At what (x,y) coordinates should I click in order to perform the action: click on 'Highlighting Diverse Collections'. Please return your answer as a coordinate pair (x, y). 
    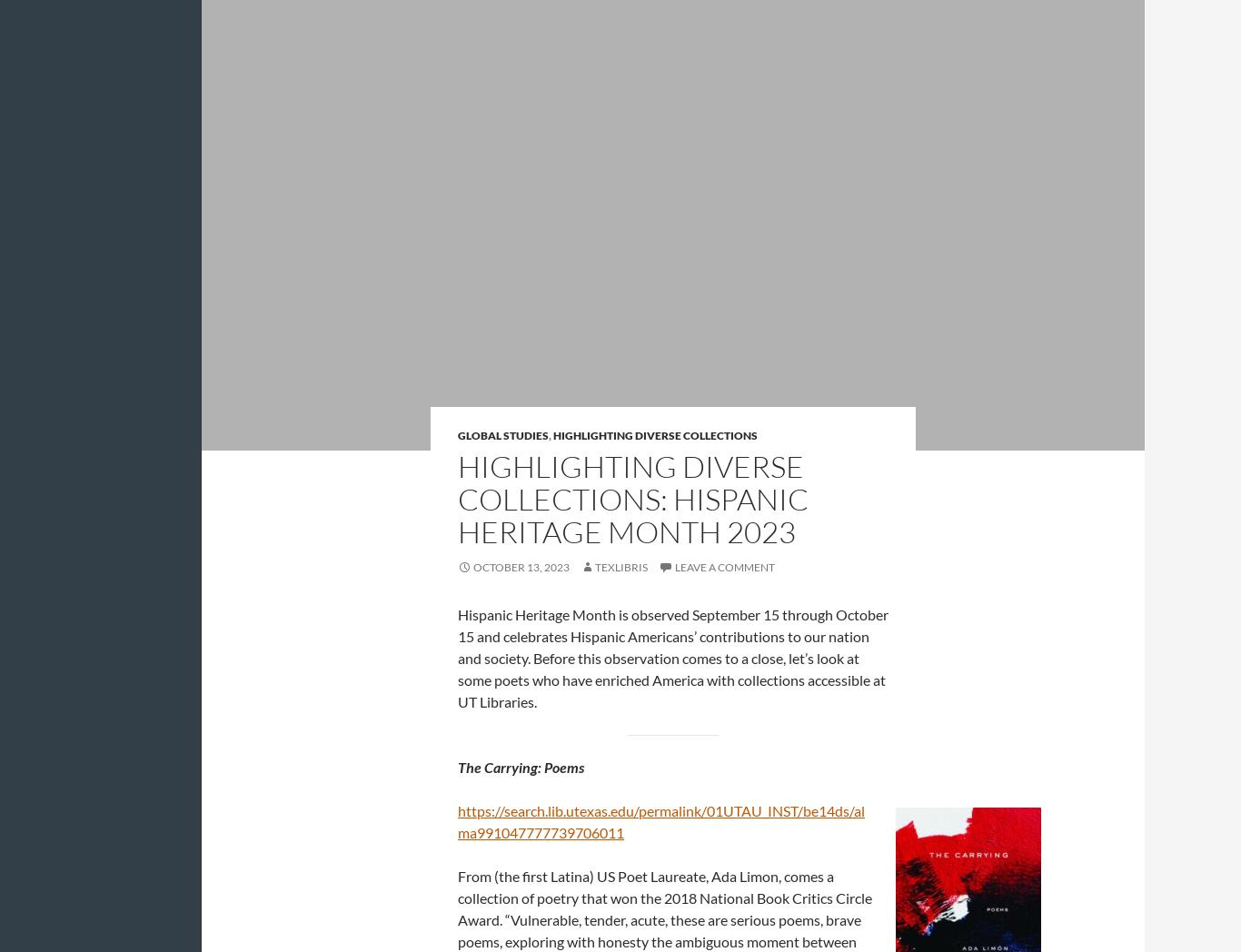
    Looking at the image, I should click on (655, 433).